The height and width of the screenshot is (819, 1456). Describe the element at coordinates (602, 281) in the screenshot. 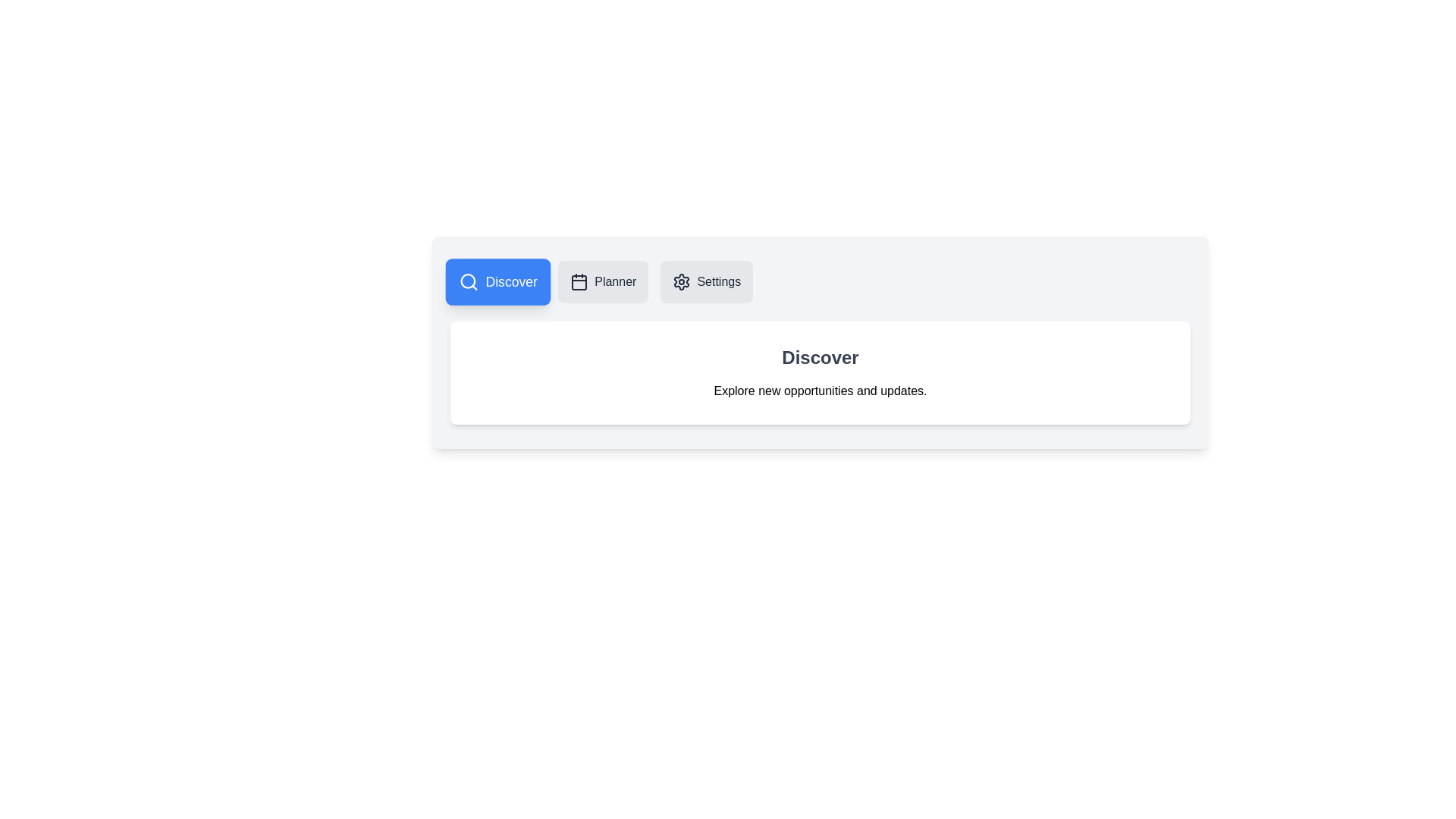

I see `the tab labeled Planner to view its content` at that location.